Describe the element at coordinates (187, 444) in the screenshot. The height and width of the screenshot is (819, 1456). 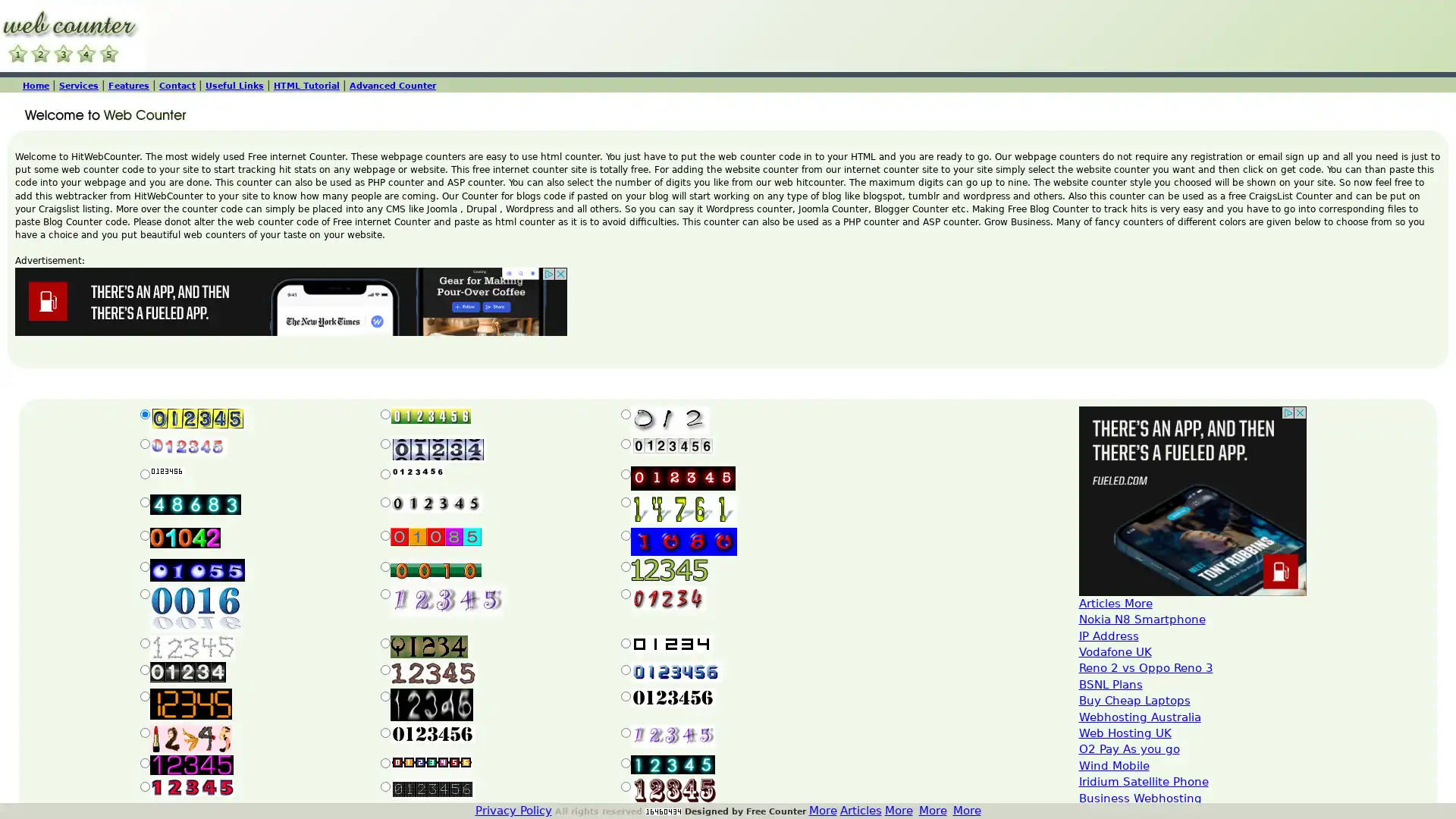
I see `Submit` at that location.